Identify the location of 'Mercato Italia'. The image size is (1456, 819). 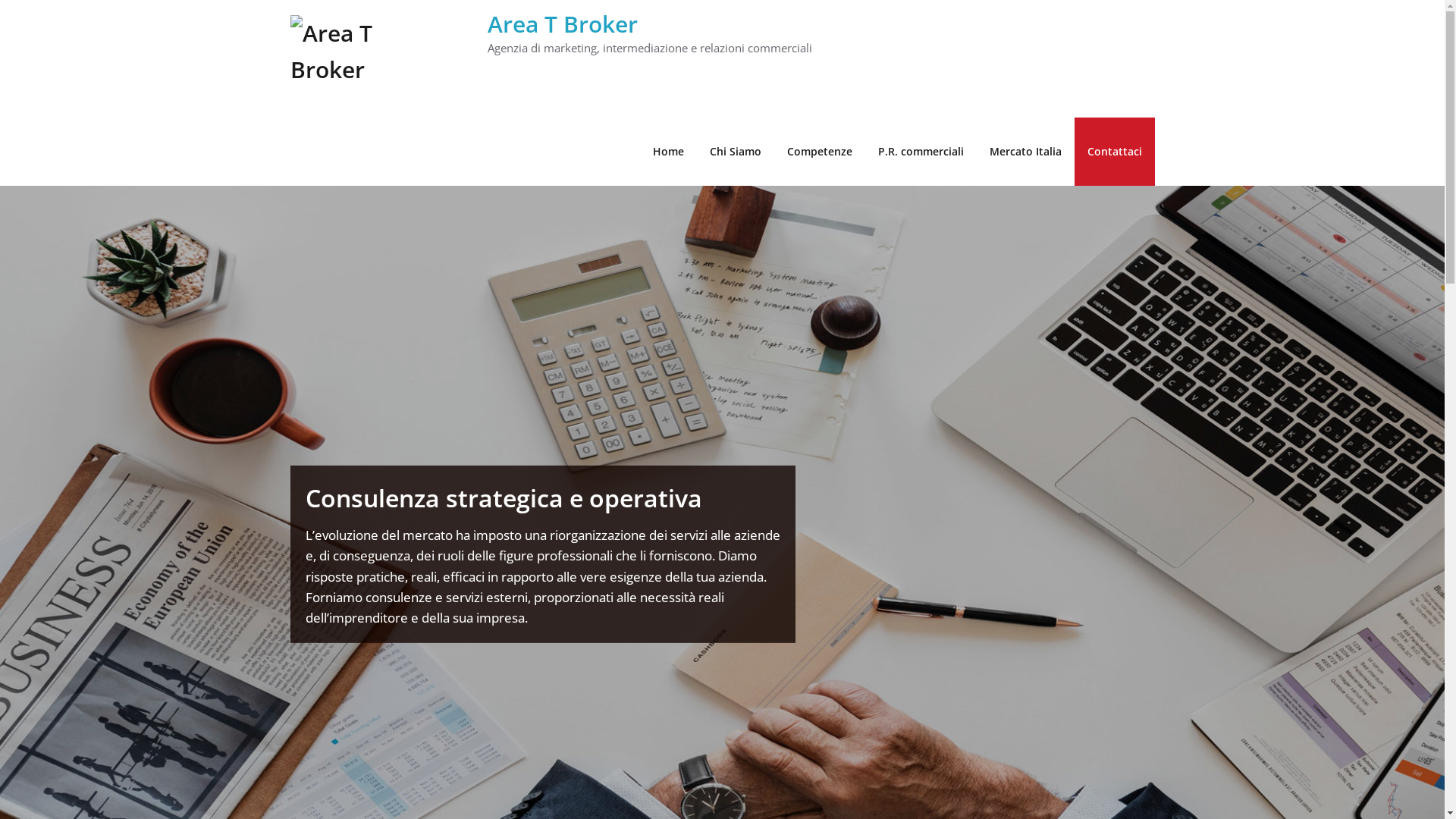
(1025, 152).